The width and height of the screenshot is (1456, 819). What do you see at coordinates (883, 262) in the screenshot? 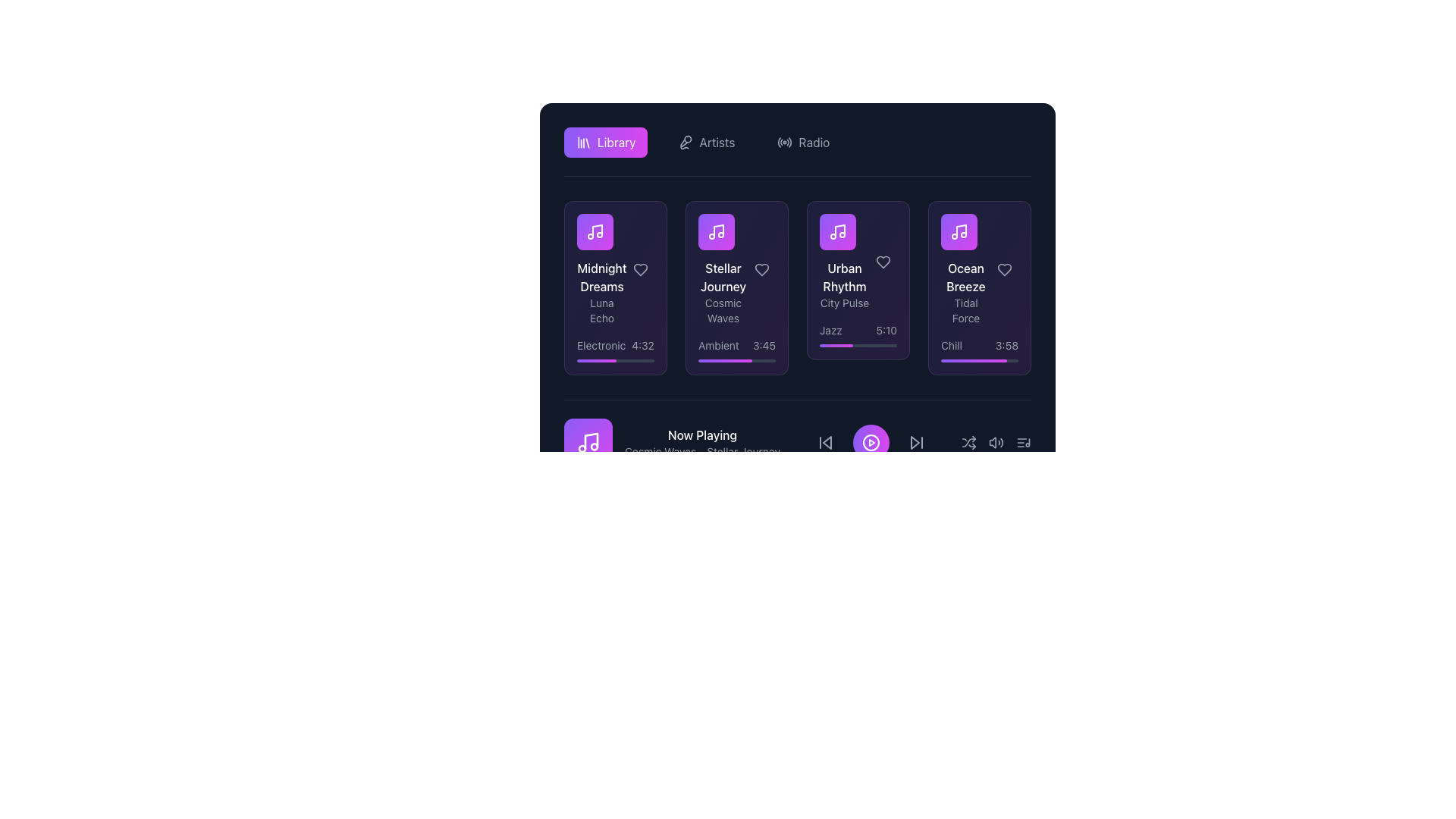
I see `the heart icon located in the top-right corner of the 'Urban Rhythm' content card to mark the associated content as liked` at bounding box center [883, 262].